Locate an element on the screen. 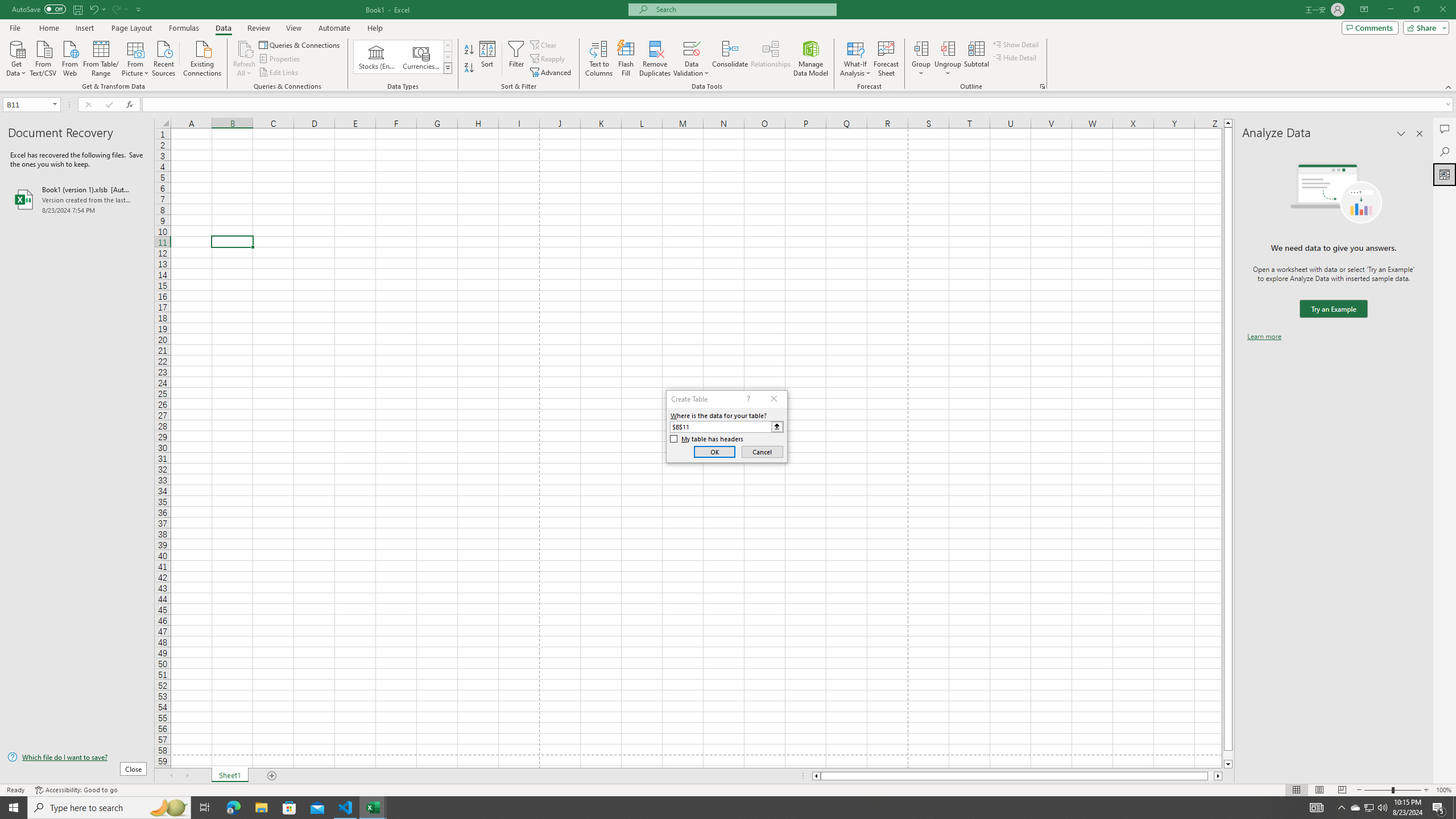 Image resolution: width=1456 pixels, height=819 pixels. 'Column right' is located at coordinates (1218, 775).